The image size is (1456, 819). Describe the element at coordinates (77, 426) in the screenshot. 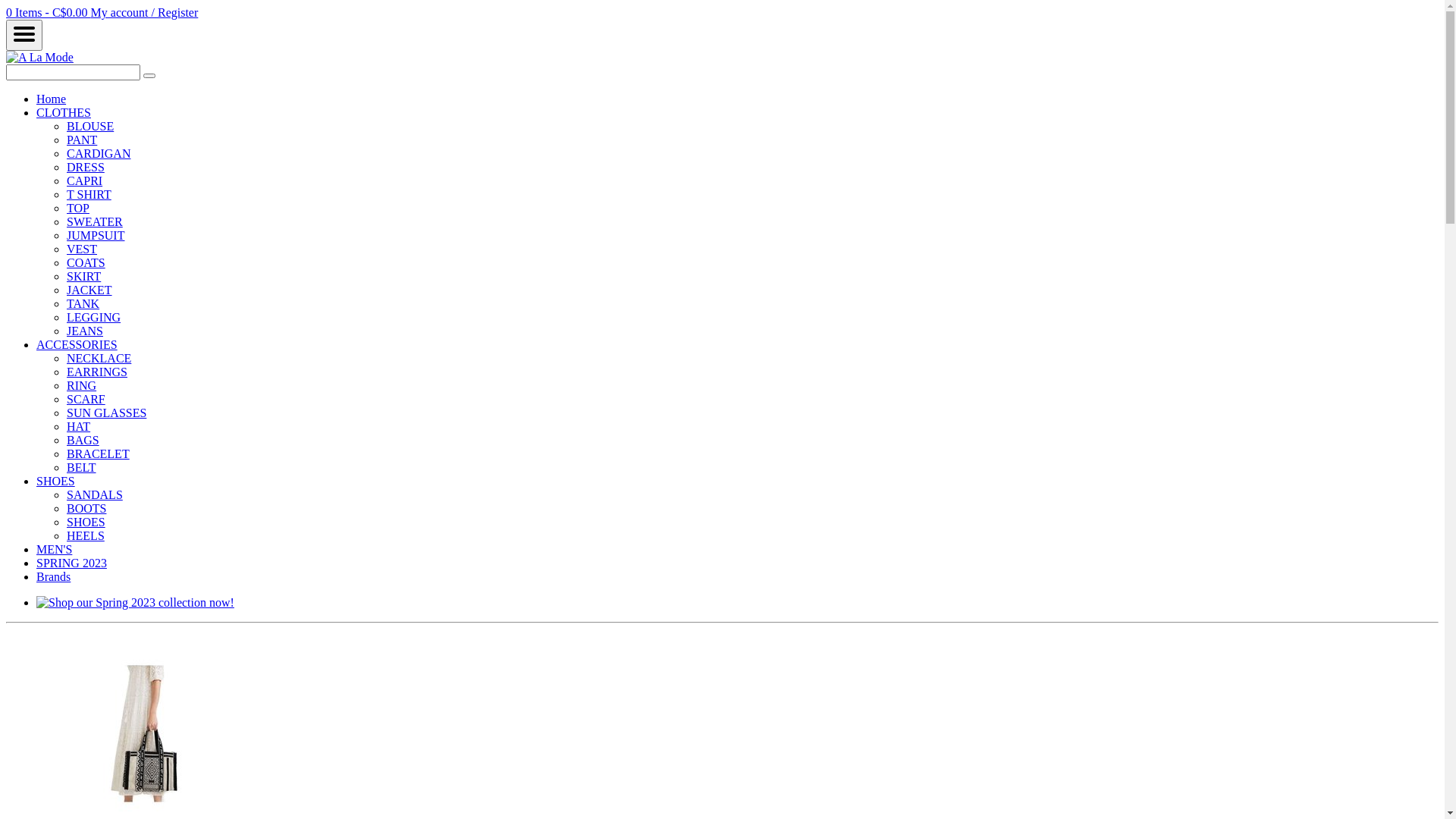

I see `'HAT'` at that location.